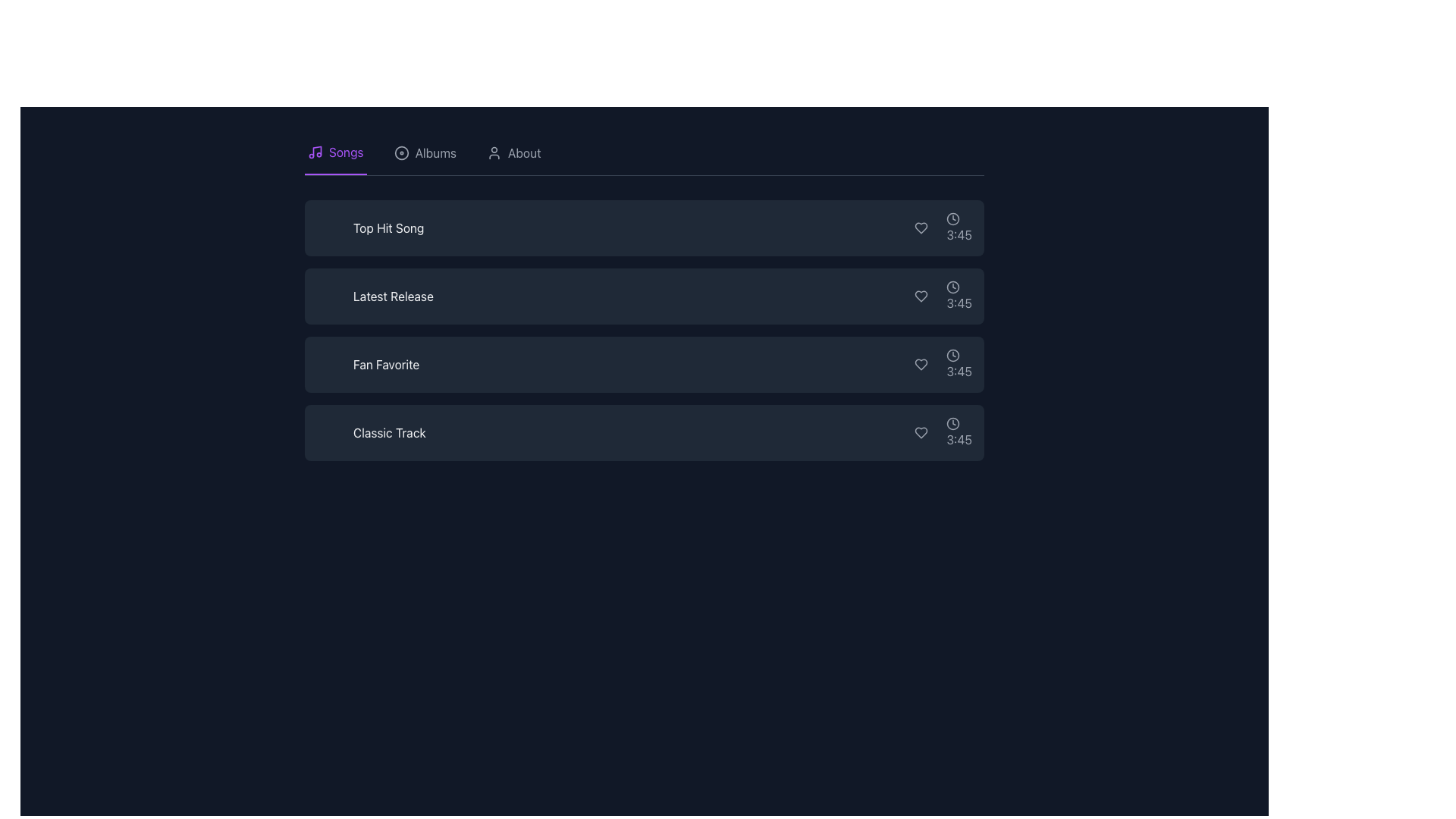  Describe the element at coordinates (513, 152) in the screenshot. I see `the 'About' interactive text next to the user profile icon` at that location.